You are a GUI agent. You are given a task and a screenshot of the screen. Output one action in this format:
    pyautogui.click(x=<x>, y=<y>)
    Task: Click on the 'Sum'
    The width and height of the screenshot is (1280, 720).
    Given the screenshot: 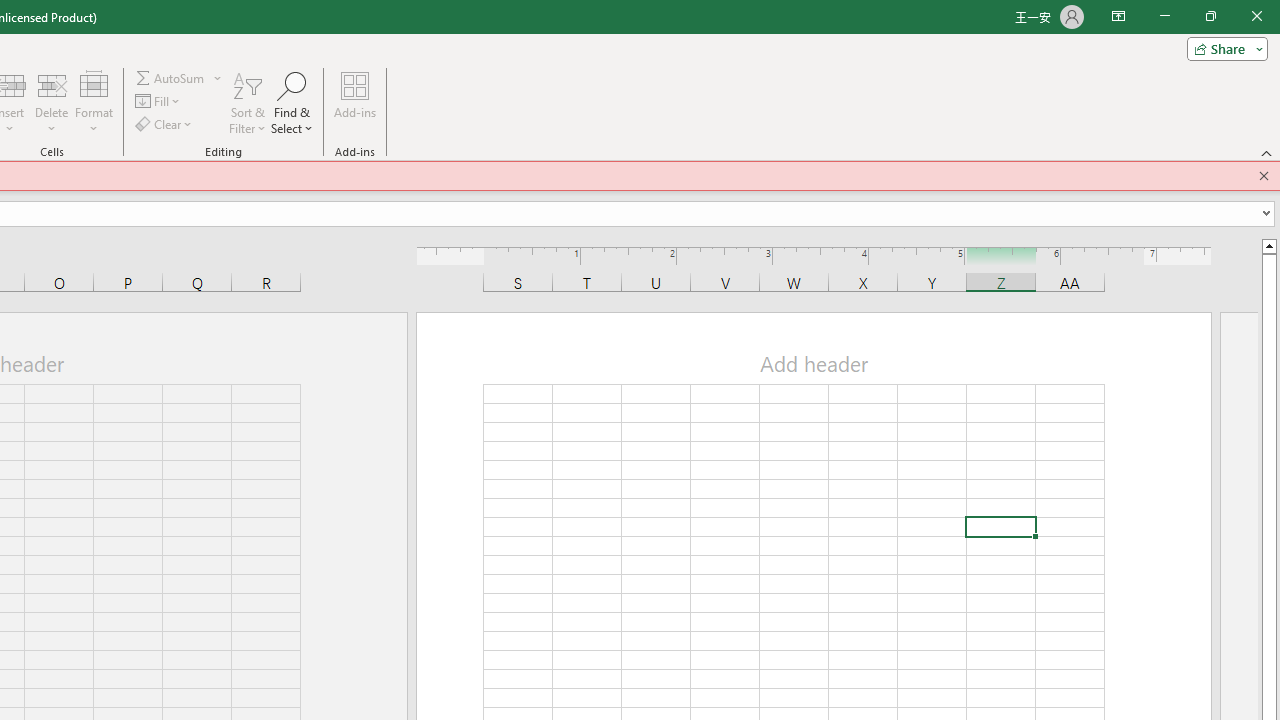 What is the action you would take?
    pyautogui.click(x=171, y=77)
    